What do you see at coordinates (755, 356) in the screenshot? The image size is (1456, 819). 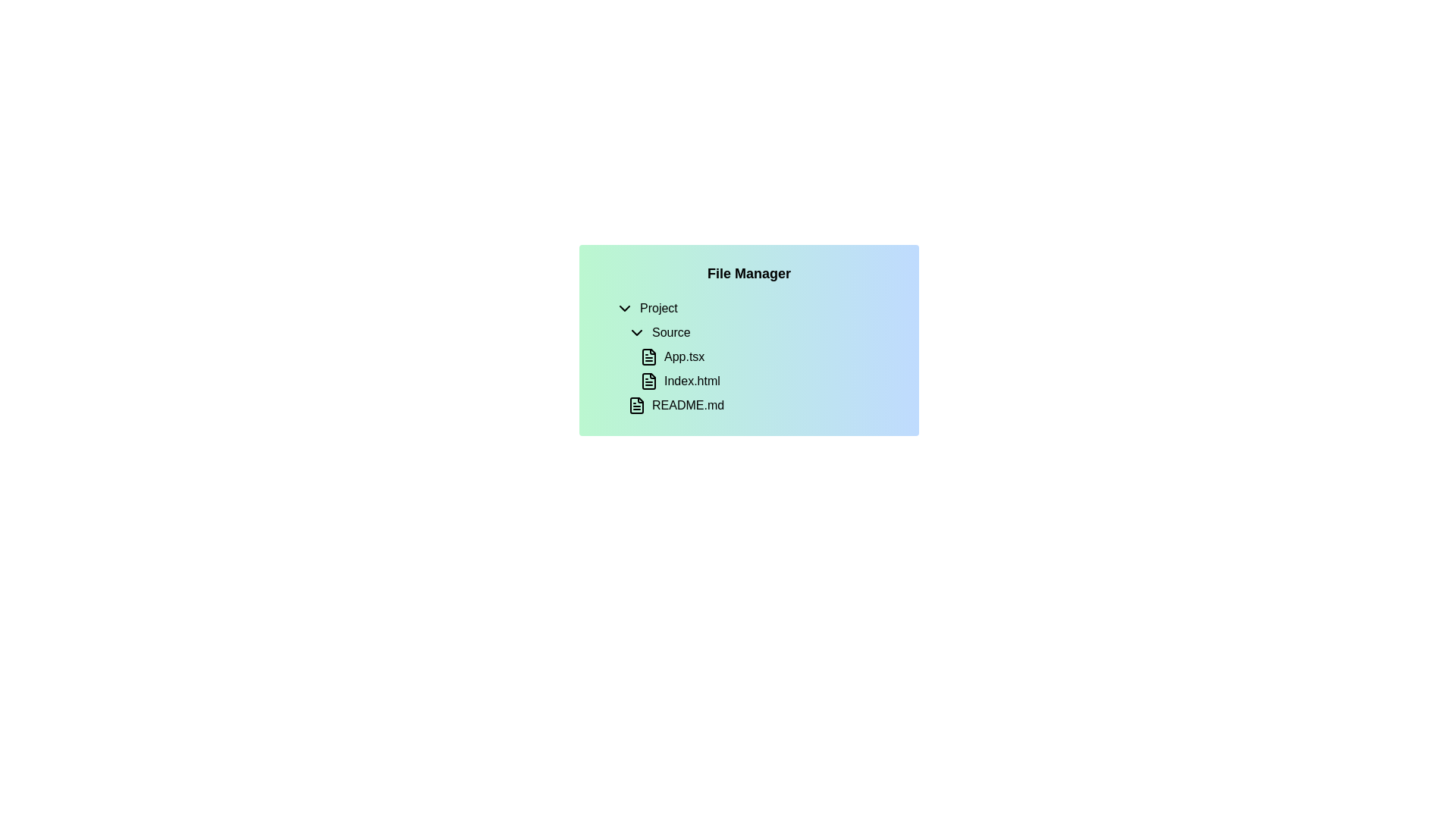 I see `on the 'App.tsx' file entry in the file explorer` at bounding box center [755, 356].